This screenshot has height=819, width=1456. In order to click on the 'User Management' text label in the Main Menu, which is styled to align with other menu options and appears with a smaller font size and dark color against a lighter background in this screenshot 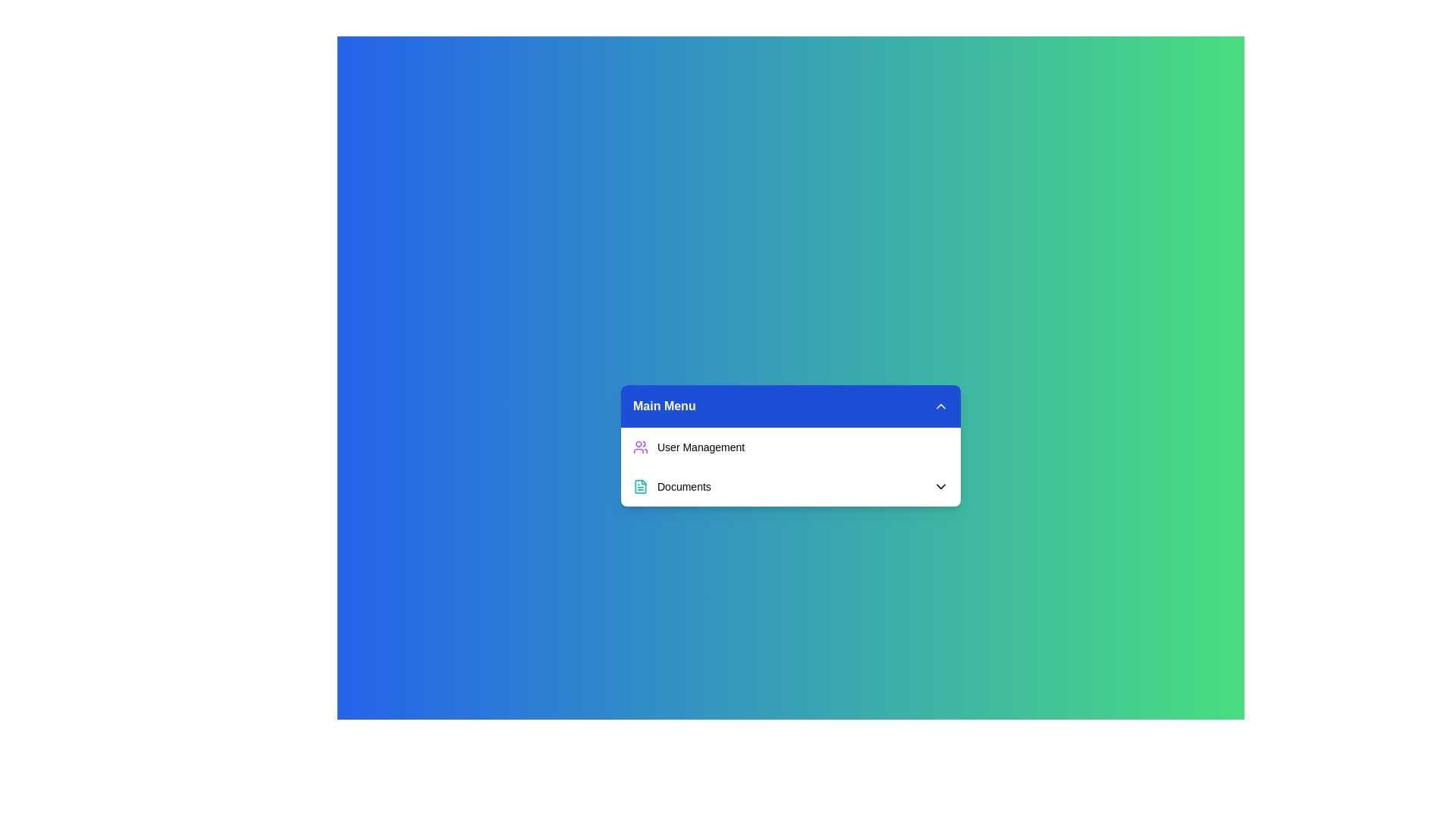, I will do `click(700, 447)`.